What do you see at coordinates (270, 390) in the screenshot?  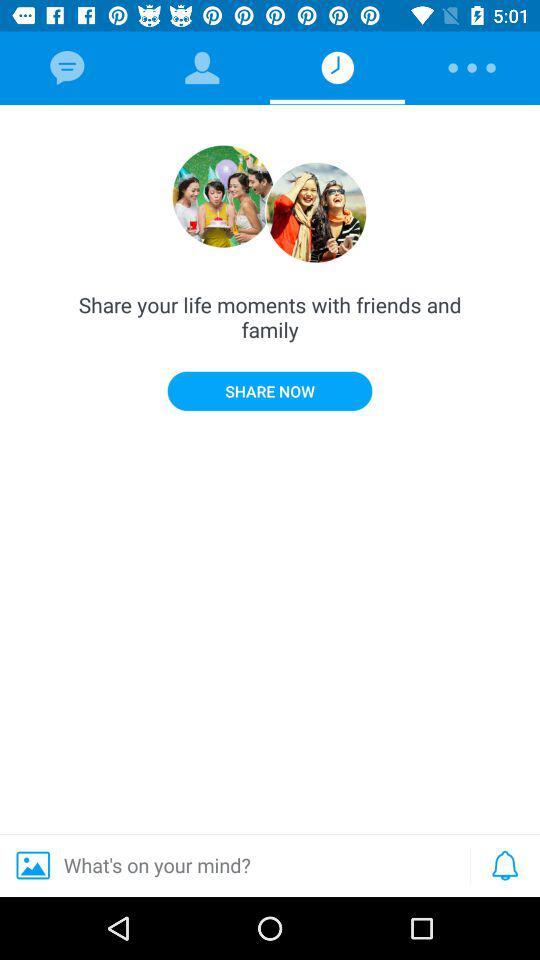 I see `icon below the share your life icon` at bounding box center [270, 390].